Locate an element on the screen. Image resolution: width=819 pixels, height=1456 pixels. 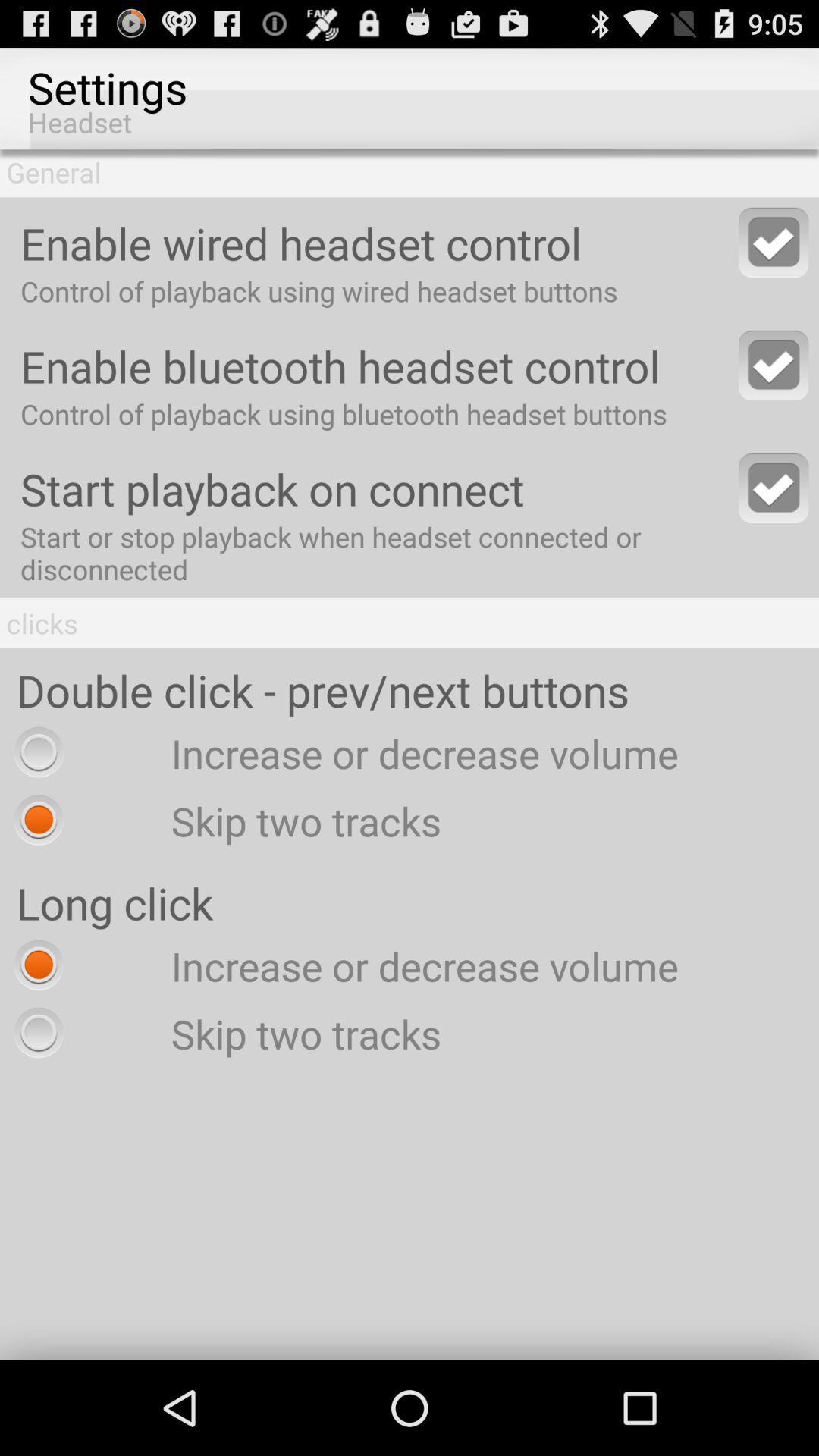
click enable is located at coordinates (773, 241).